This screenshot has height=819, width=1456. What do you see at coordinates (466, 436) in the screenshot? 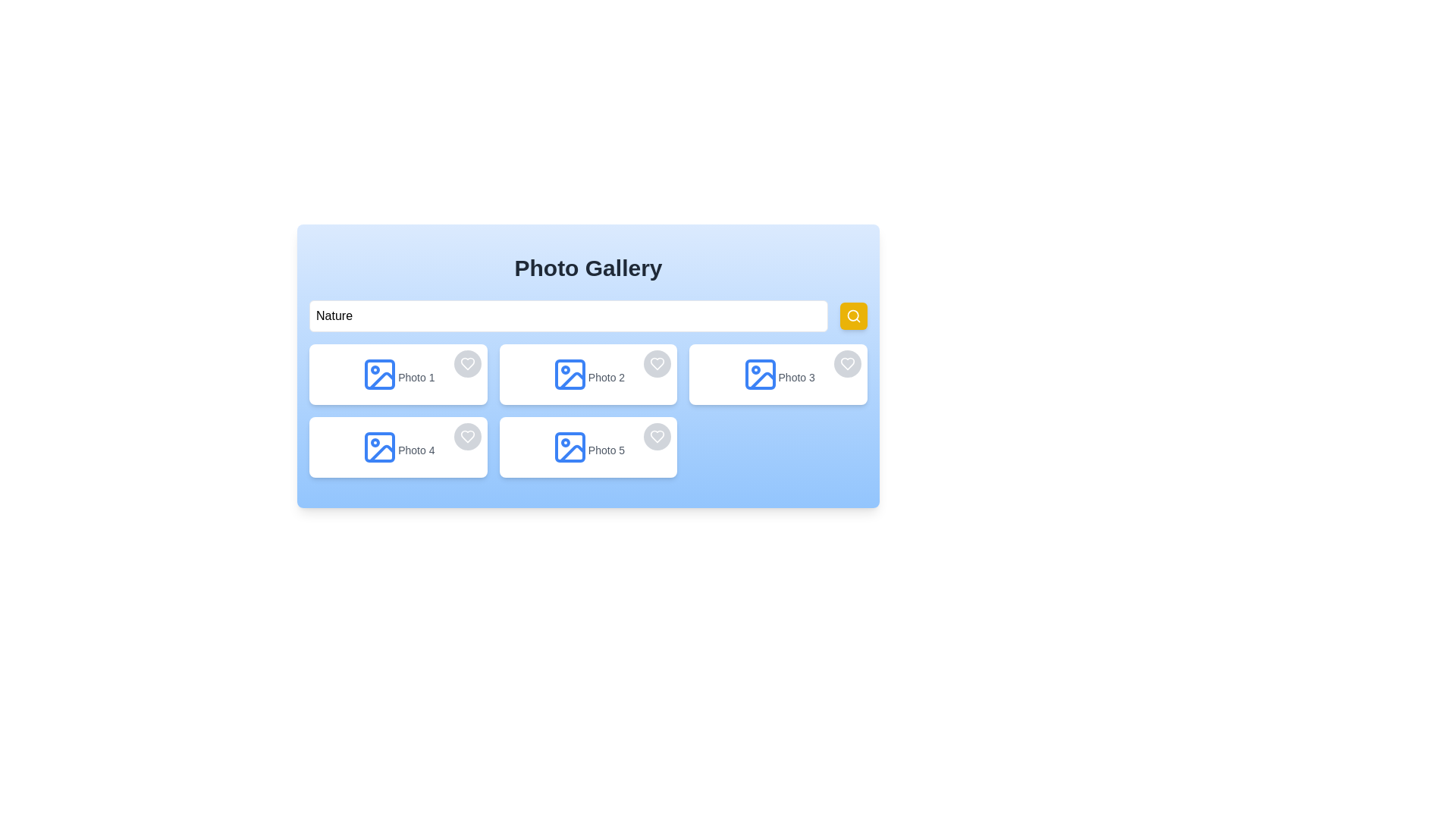
I see `the favorite icon located in the grid section of the photo gallery application adjacent to 'Photo 4'` at bounding box center [466, 436].